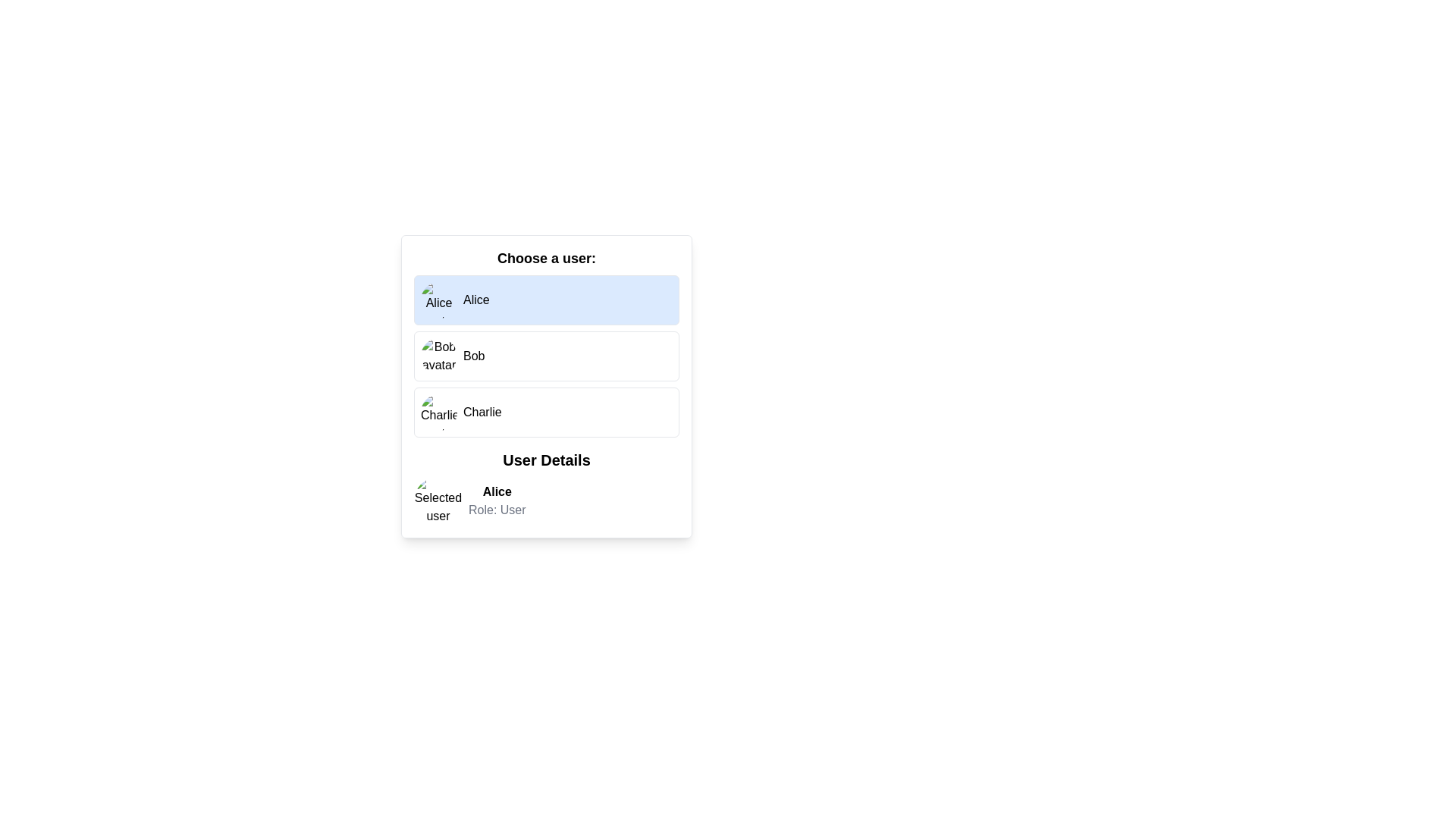  Describe the element at coordinates (473, 356) in the screenshot. I see `the text element that indicates the name of the user associated with the 'Bob' selection option, which is located immediately to the right of the avatar image in the second selection list item` at that location.